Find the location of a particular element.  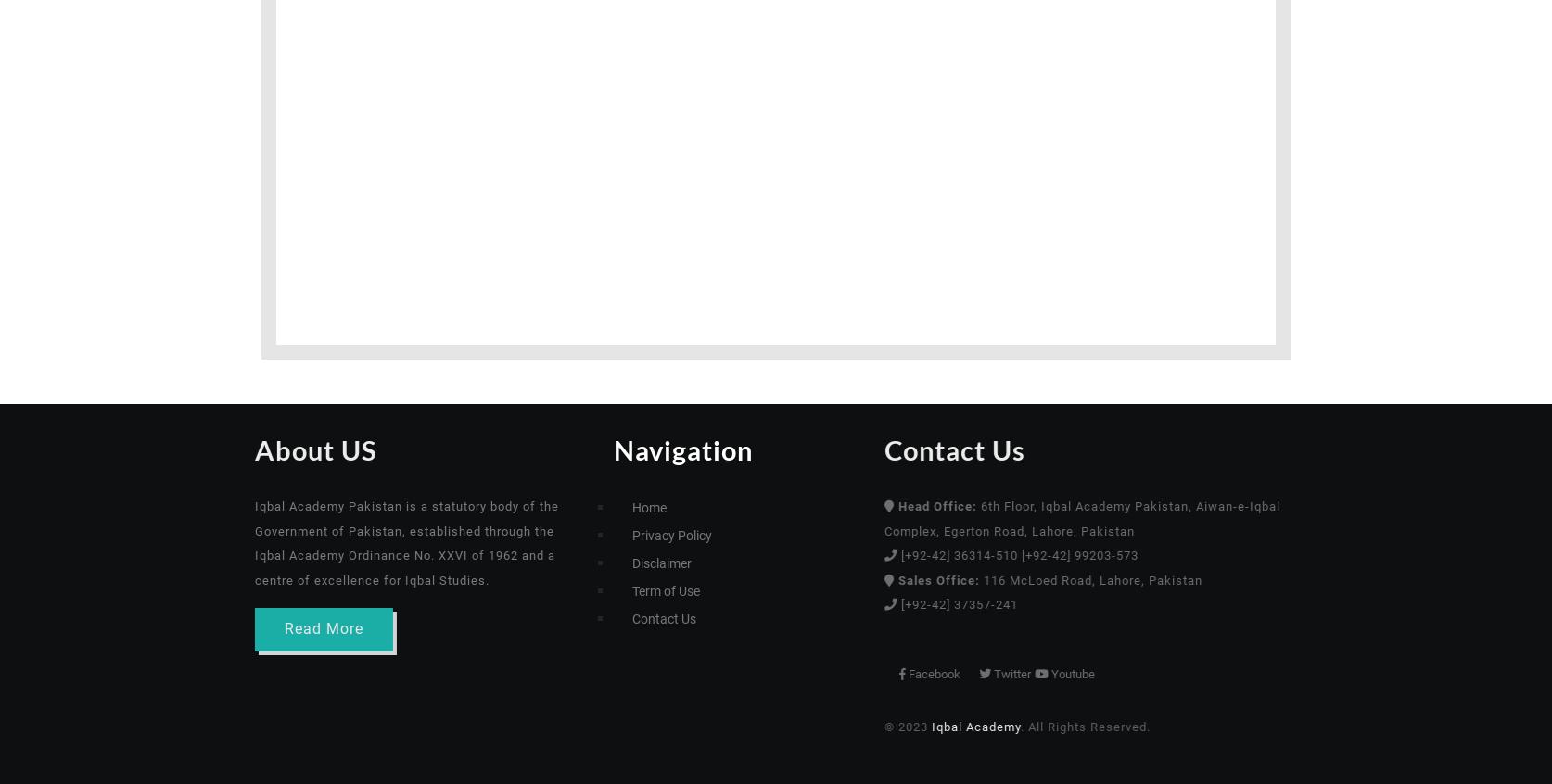

'[+92-42] 99203-573' is located at coordinates (1162, 554).